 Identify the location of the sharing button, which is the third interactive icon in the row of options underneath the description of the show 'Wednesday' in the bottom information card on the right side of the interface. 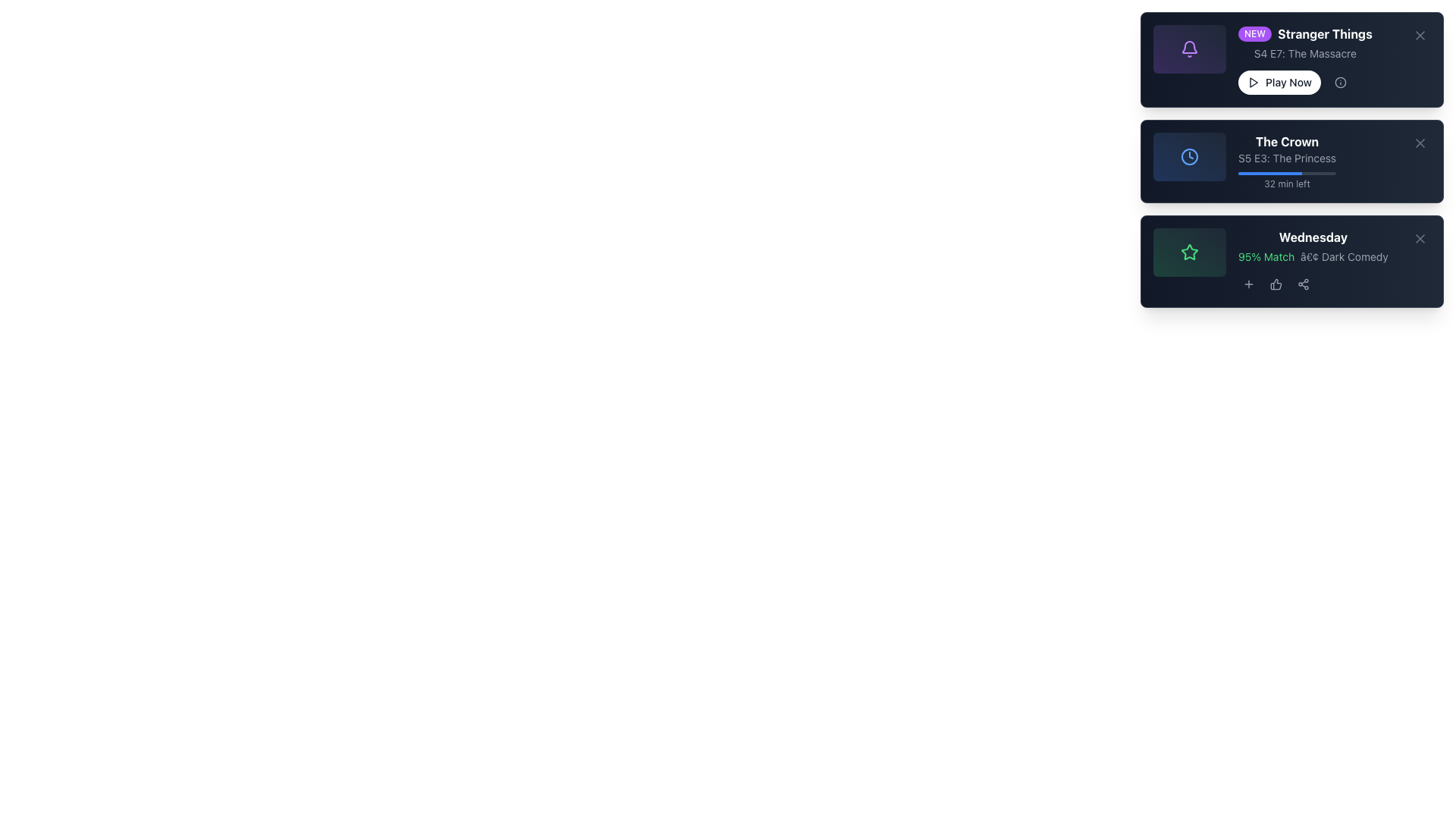
(1302, 284).